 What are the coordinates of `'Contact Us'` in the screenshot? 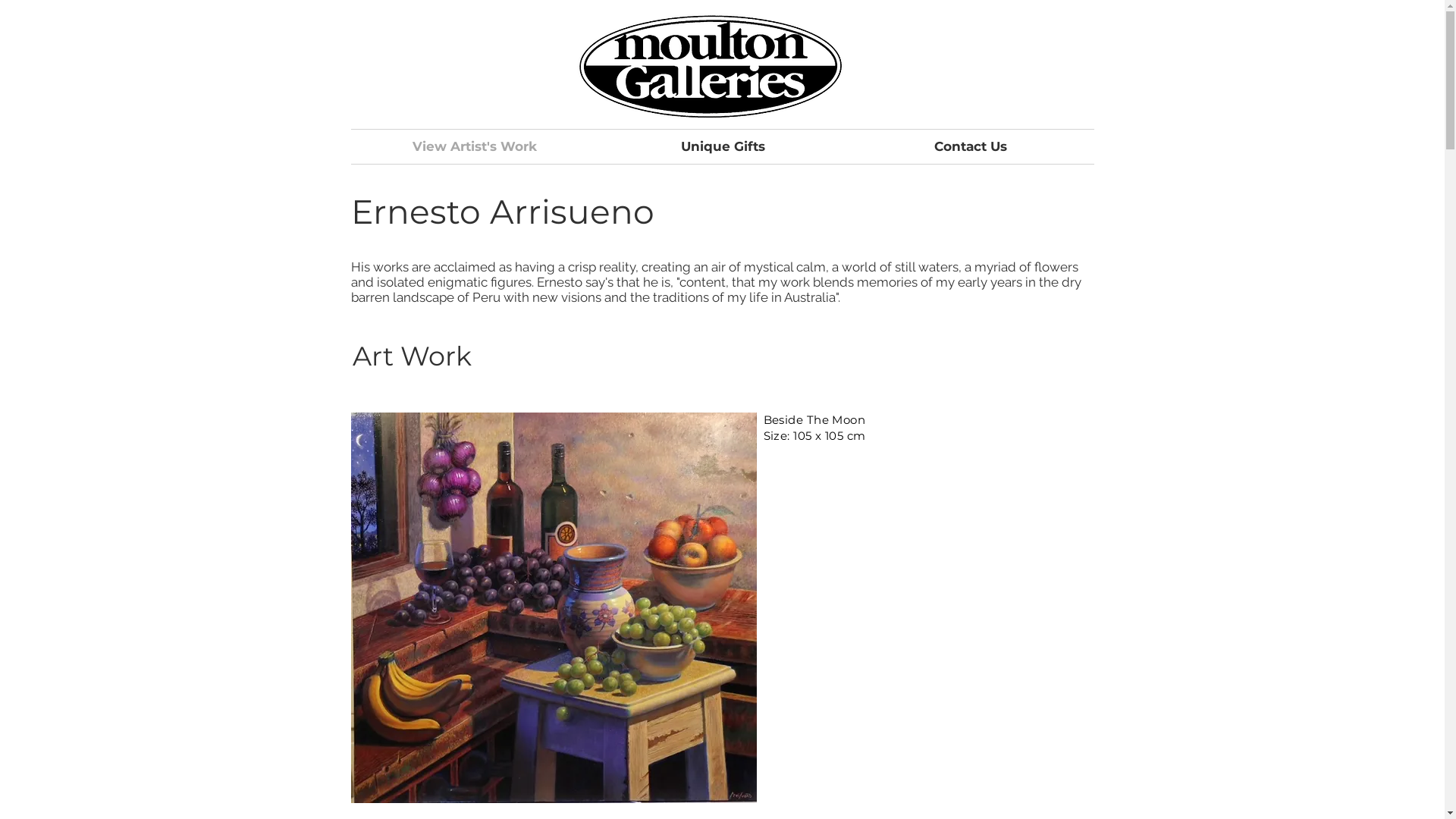 It's located at (968, 146).